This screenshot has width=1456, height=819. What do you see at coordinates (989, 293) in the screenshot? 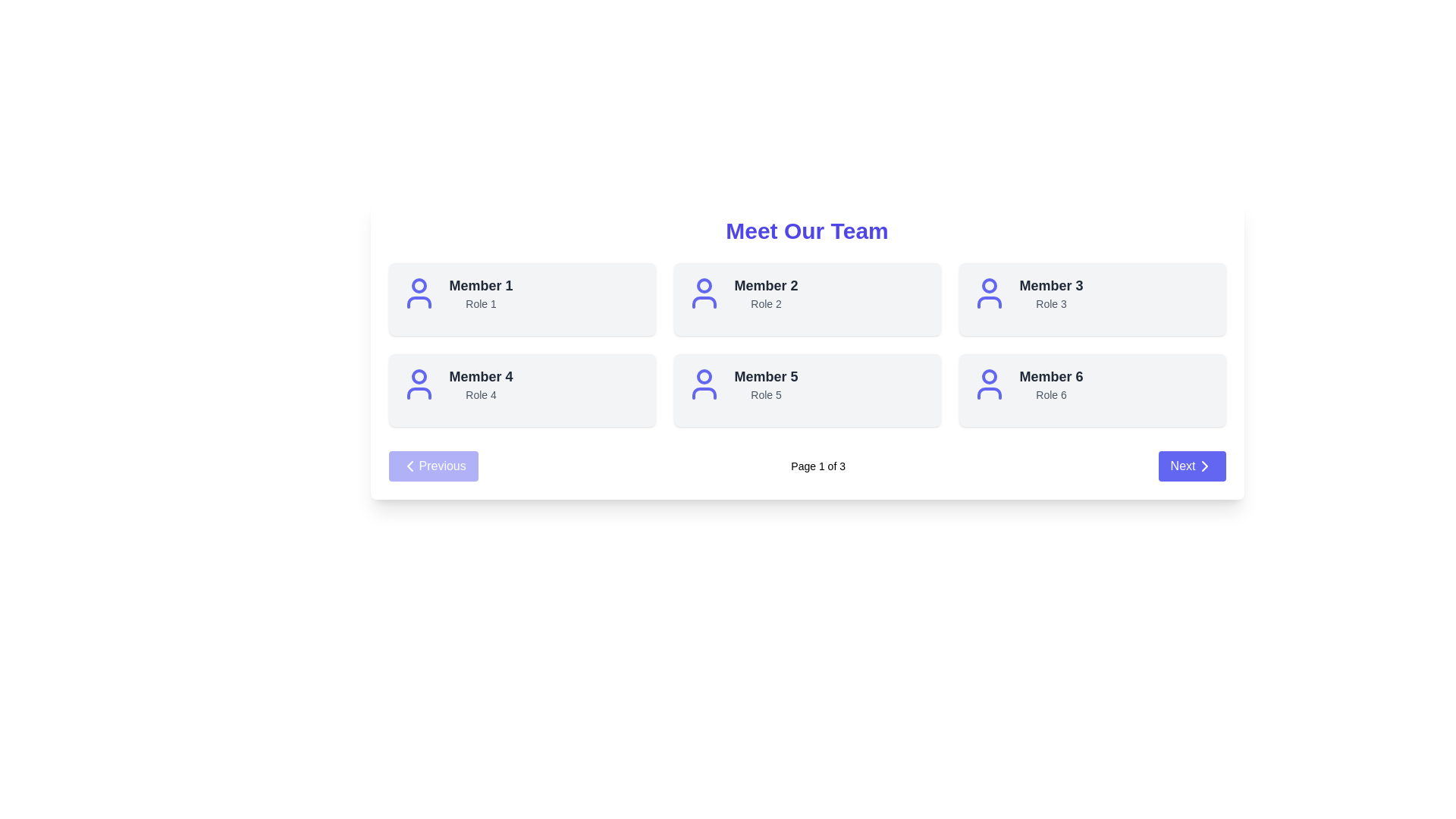
I see `the user silhouette SVG icon, which is the leftmost component of the 'Member 3 - Role 3' card in a grid layout` at bounding box center [989, 293].